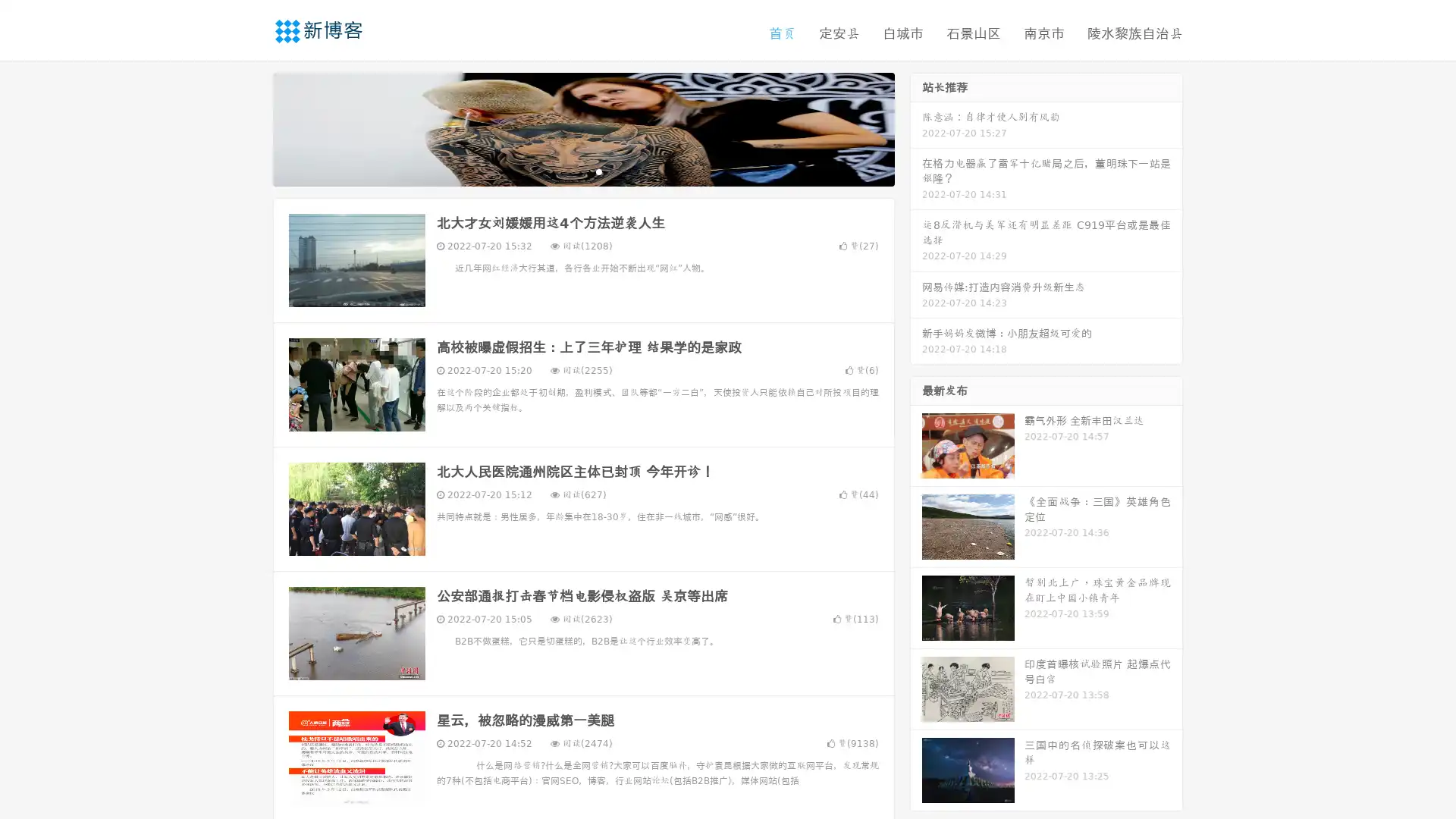  Describe the element at coordinates (916, 127) in the screenshot. I see `Next slide` at that location.